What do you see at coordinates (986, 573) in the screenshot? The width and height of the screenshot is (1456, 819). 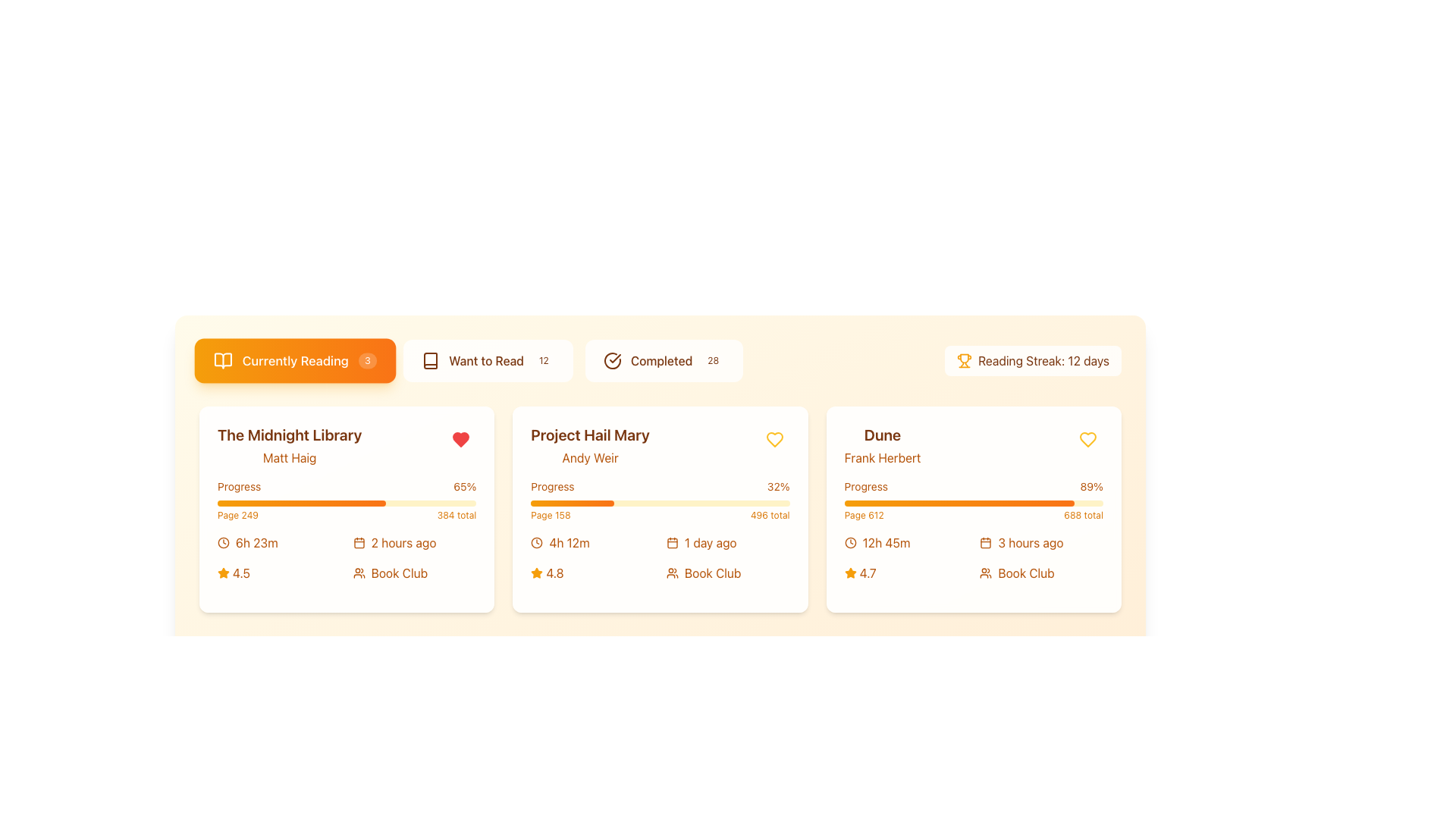 I see `the 'Book Club' icon located` at bounding box center [986, 573].